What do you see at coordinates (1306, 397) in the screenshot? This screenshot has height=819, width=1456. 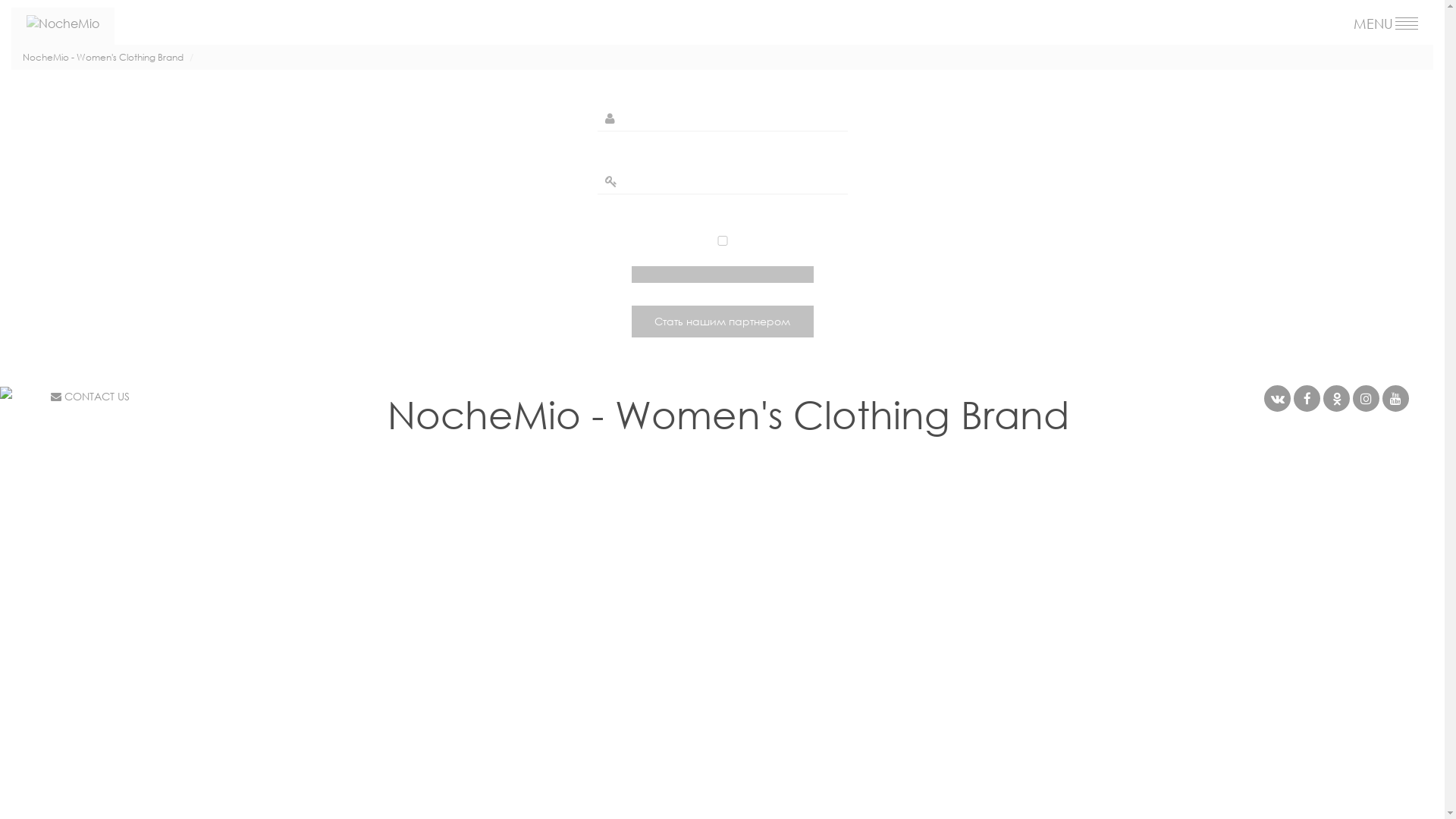 I see `'Official account NocheMio in Facebook'` at bounding box center [1306, 397].